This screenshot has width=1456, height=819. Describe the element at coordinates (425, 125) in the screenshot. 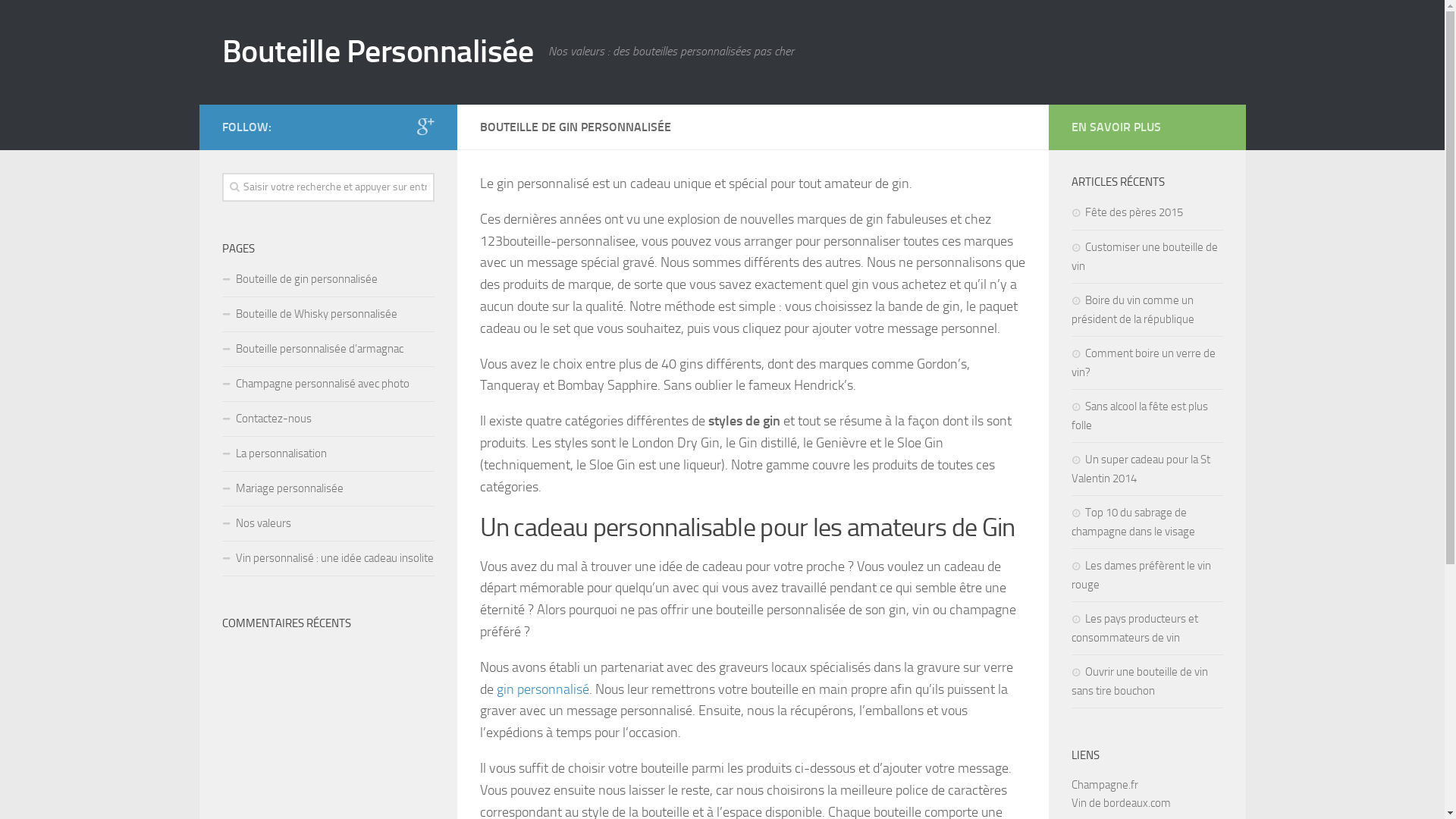

I see `'Google+'` at that location.